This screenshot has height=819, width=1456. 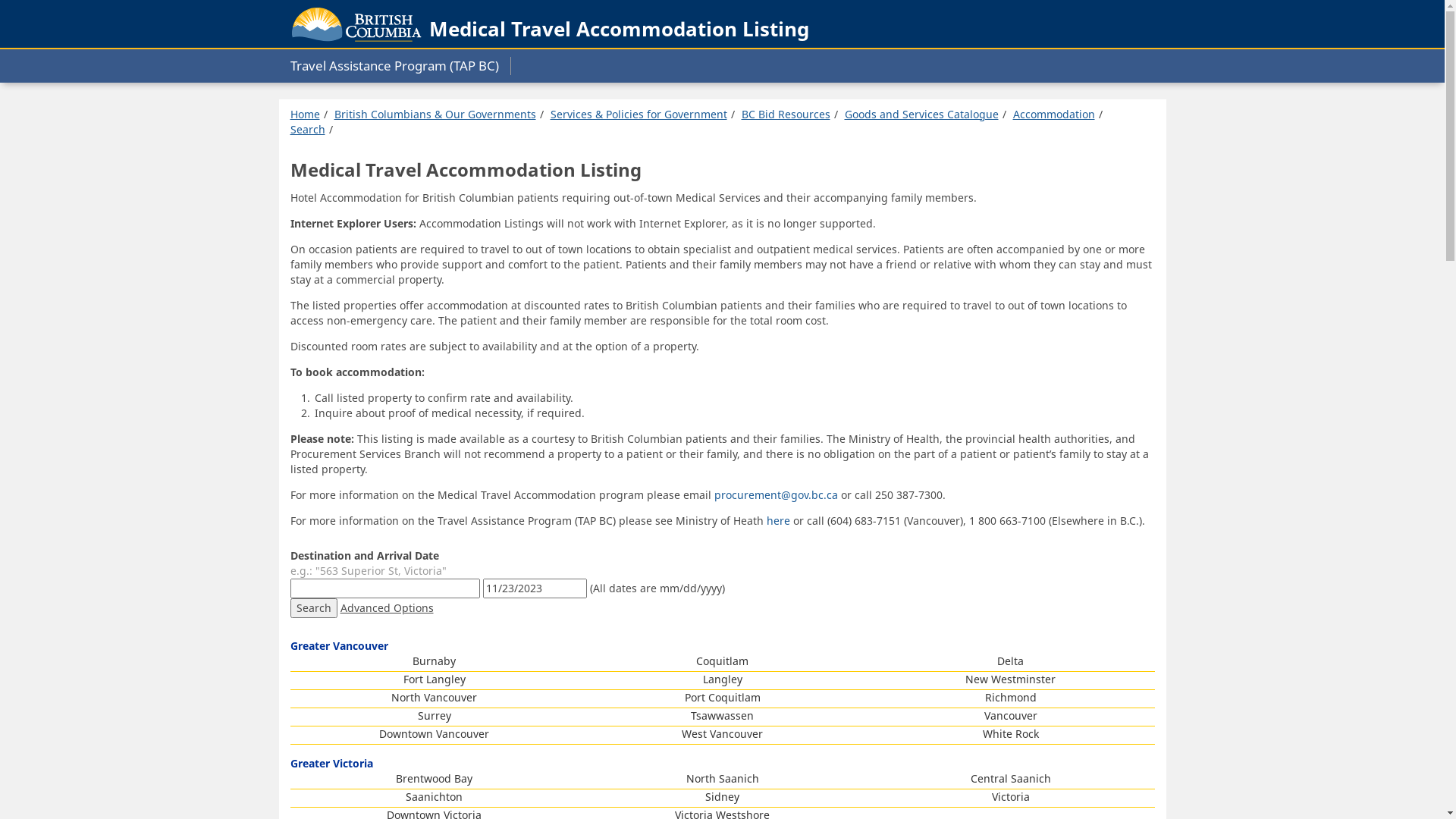 What do you see at coordinates (1012, 113) in the screenshot?
I see `'Accommodation'` at bounding box center [1012, 113].